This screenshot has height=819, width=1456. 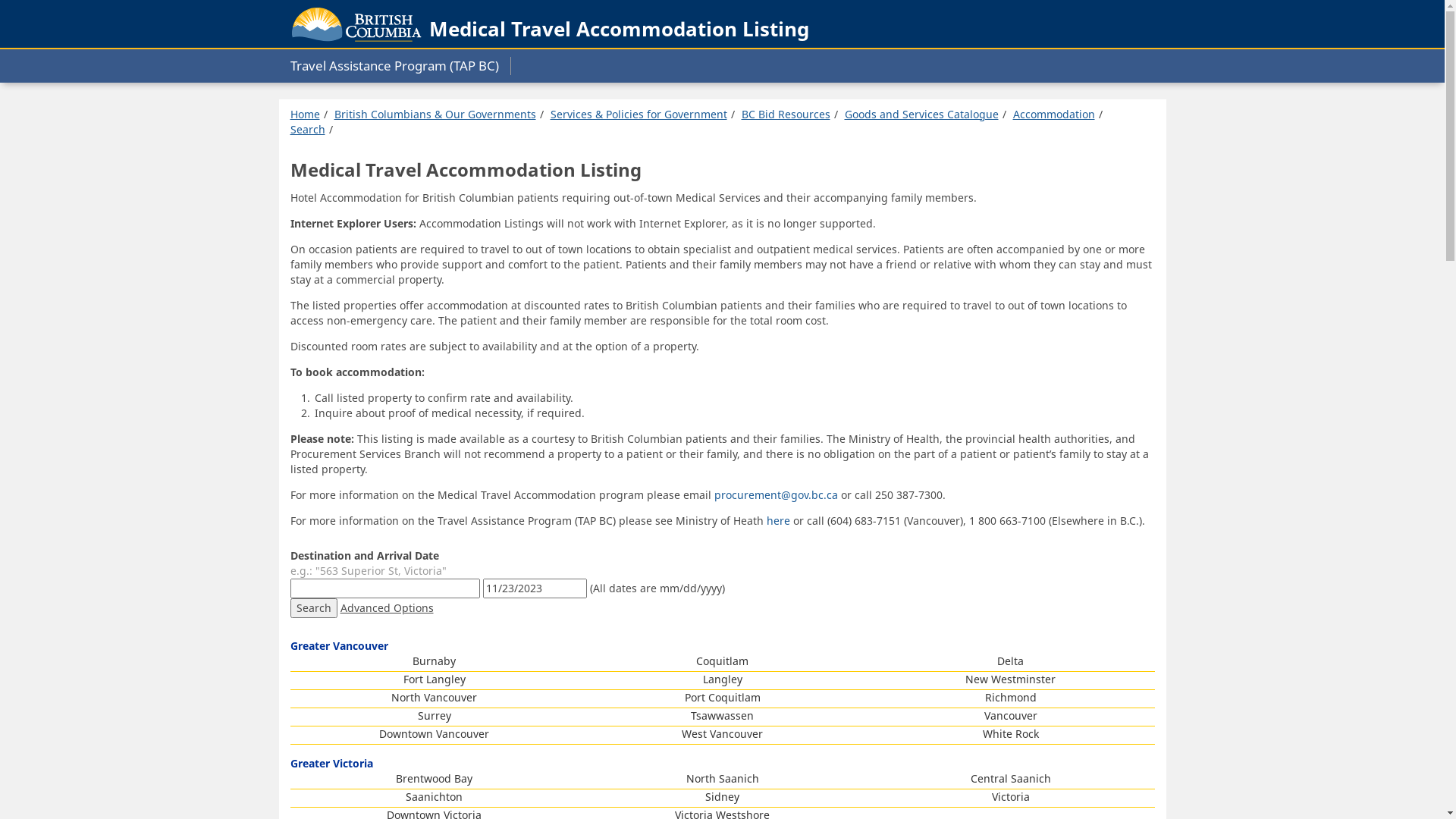 What do you see at coordinates (1012, 113) in the screenshot?
I see `'Accommodation'` at bounding box center [1012, 113].